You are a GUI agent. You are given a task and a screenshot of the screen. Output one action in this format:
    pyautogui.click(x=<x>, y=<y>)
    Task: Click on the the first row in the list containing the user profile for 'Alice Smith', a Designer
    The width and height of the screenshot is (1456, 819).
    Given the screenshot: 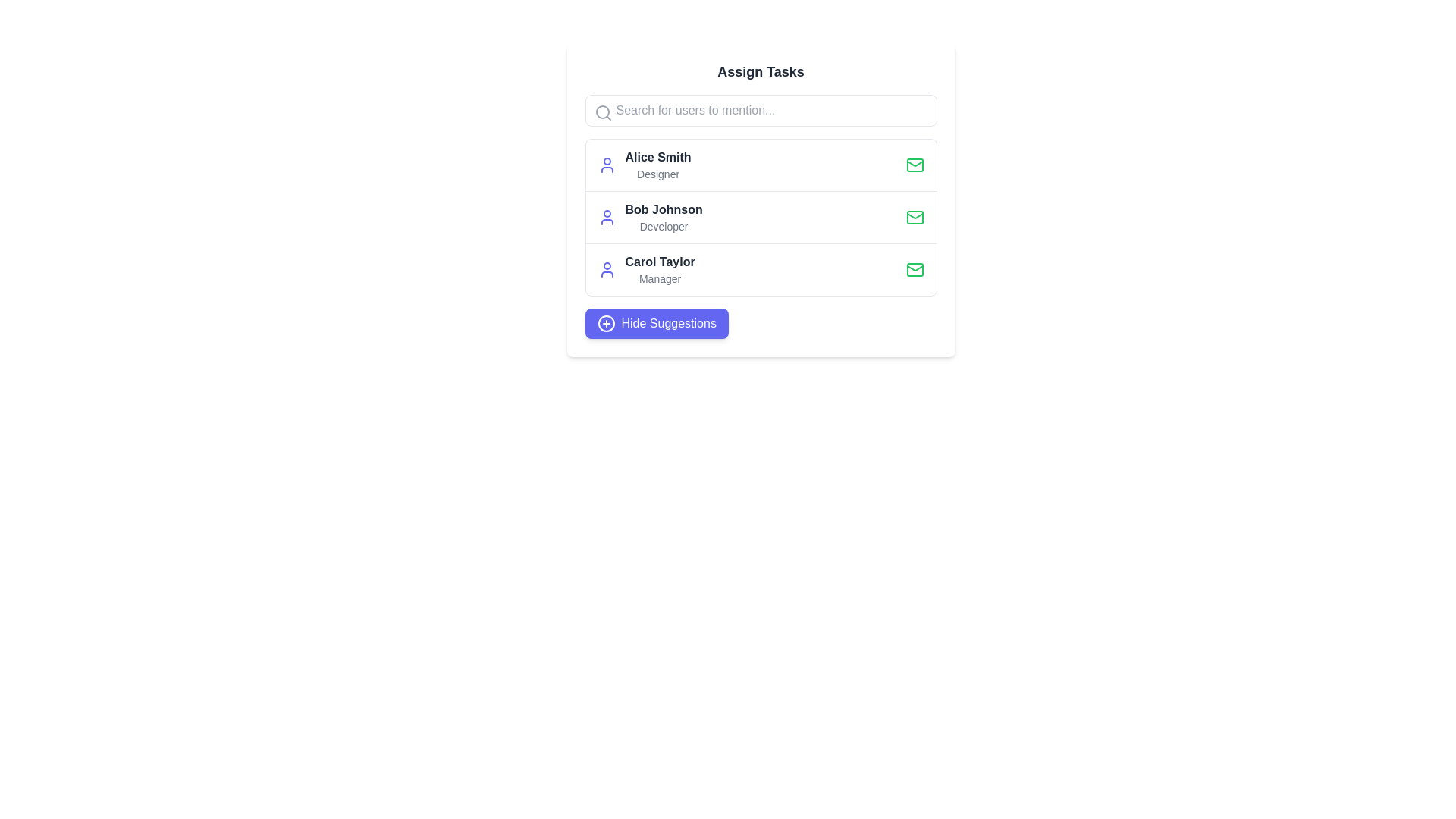 What is the action you would take?
    pyautogui.click(x=761, y=165)
    